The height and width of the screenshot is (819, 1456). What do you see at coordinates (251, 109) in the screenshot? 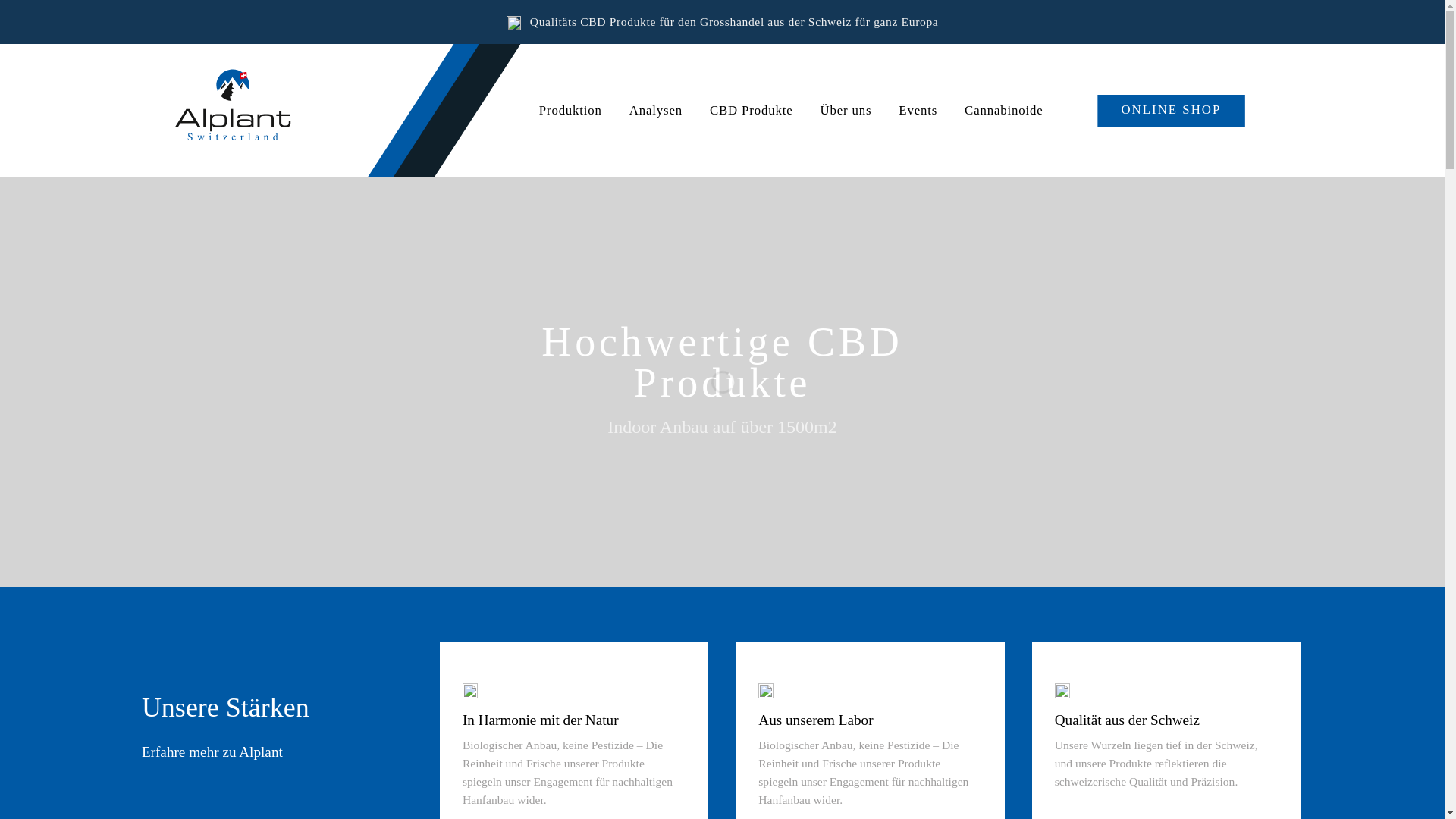
I see `'Alplant - Hochwertige CBD Produkte'` at bounding box center [251, 109].